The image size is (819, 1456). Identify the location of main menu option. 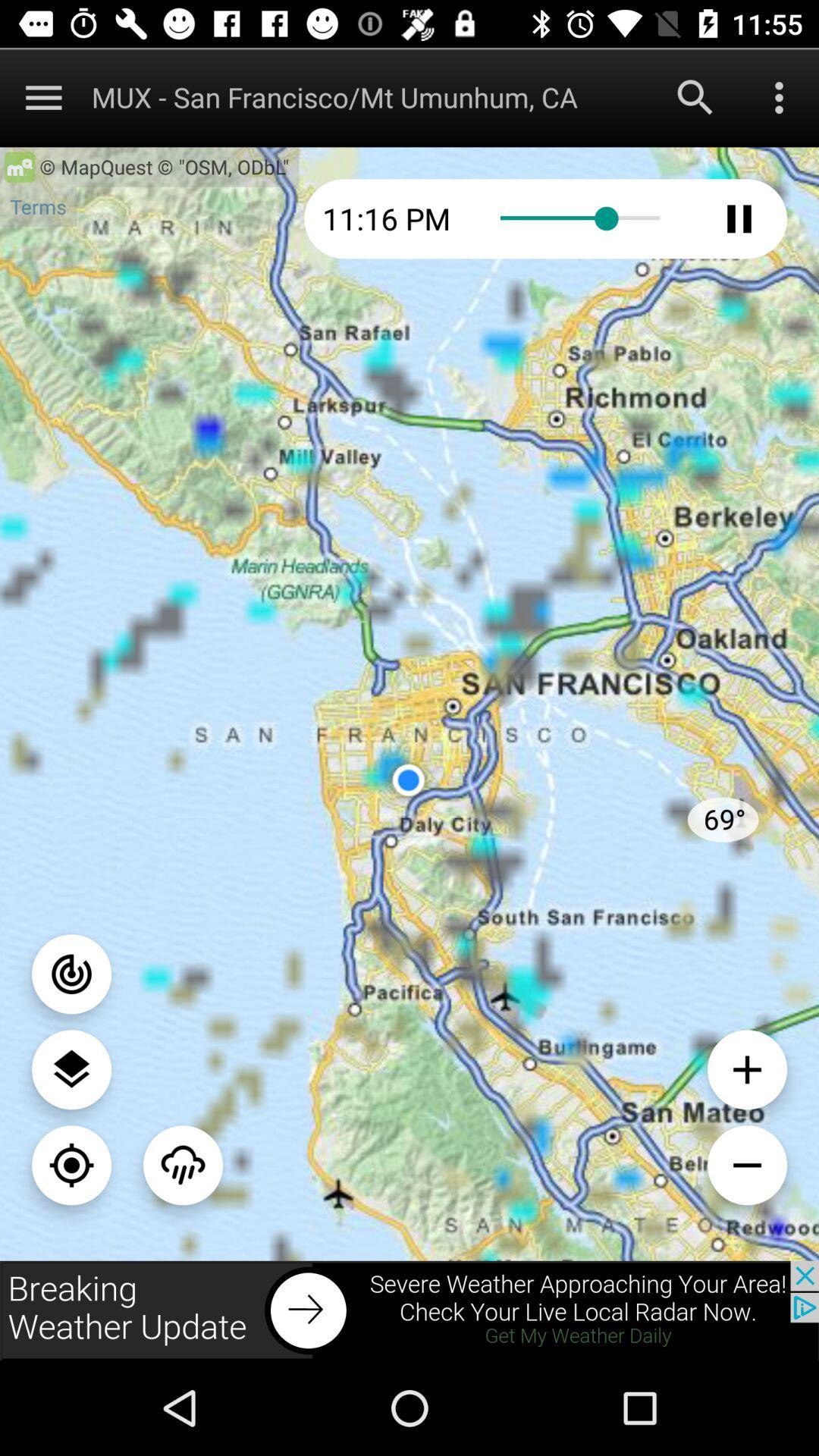
(42, 96).